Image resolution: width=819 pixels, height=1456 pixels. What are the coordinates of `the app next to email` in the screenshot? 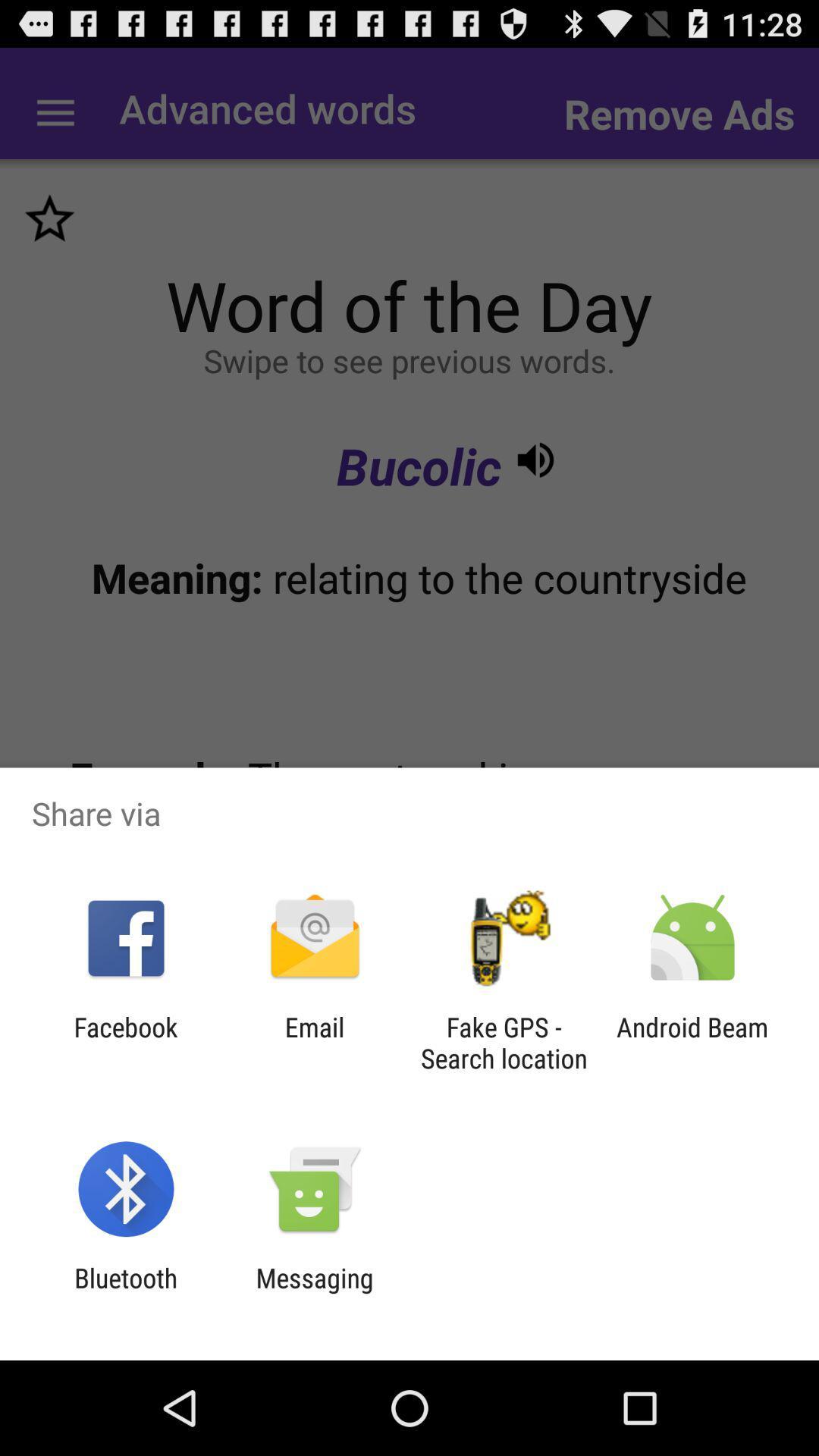 It's located at (125, 1042).